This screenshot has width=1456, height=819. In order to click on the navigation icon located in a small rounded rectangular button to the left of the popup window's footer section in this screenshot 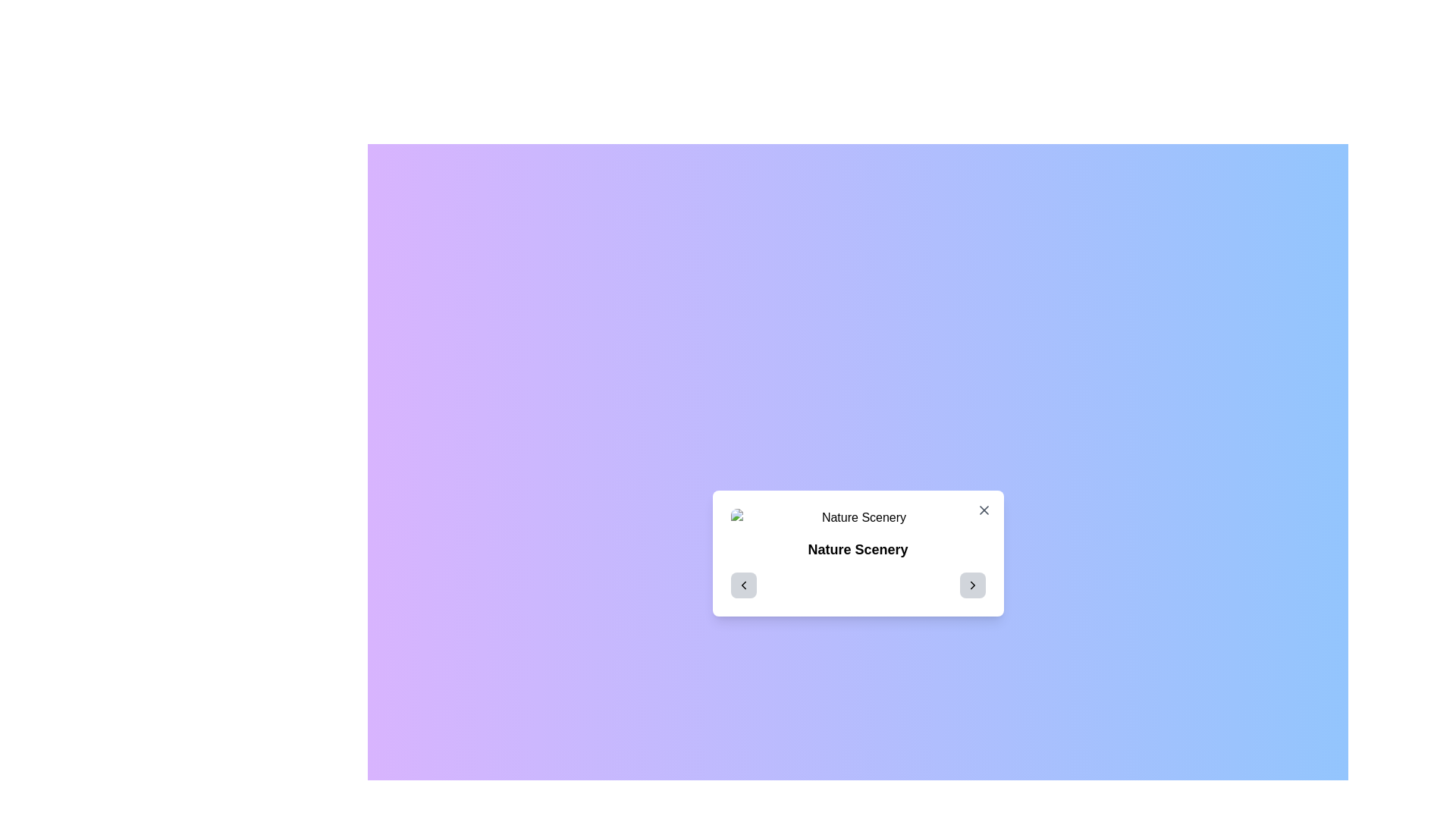, I will do `click(743, 584)`.